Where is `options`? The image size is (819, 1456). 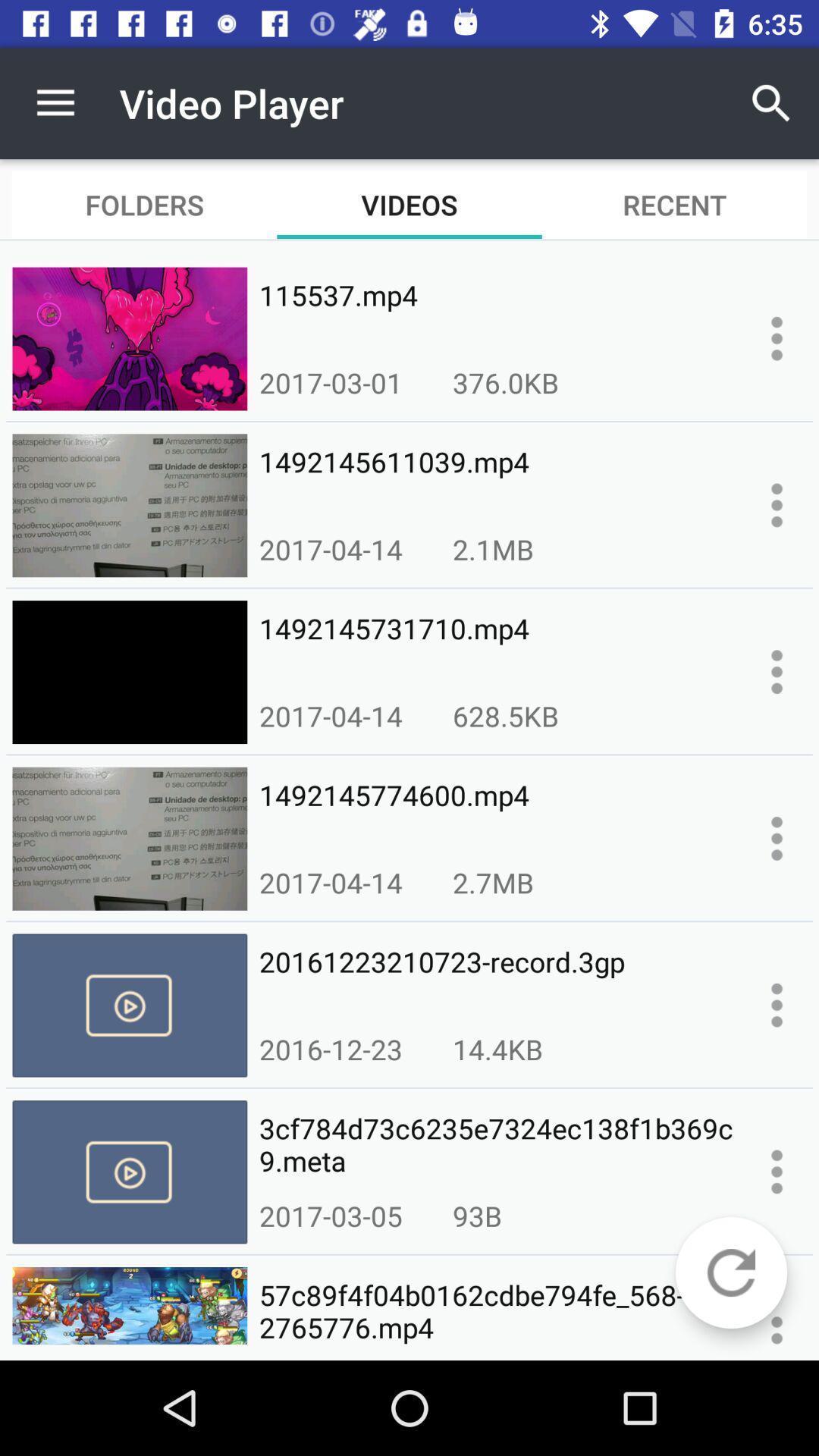 options is located at coordinates (777, 505).